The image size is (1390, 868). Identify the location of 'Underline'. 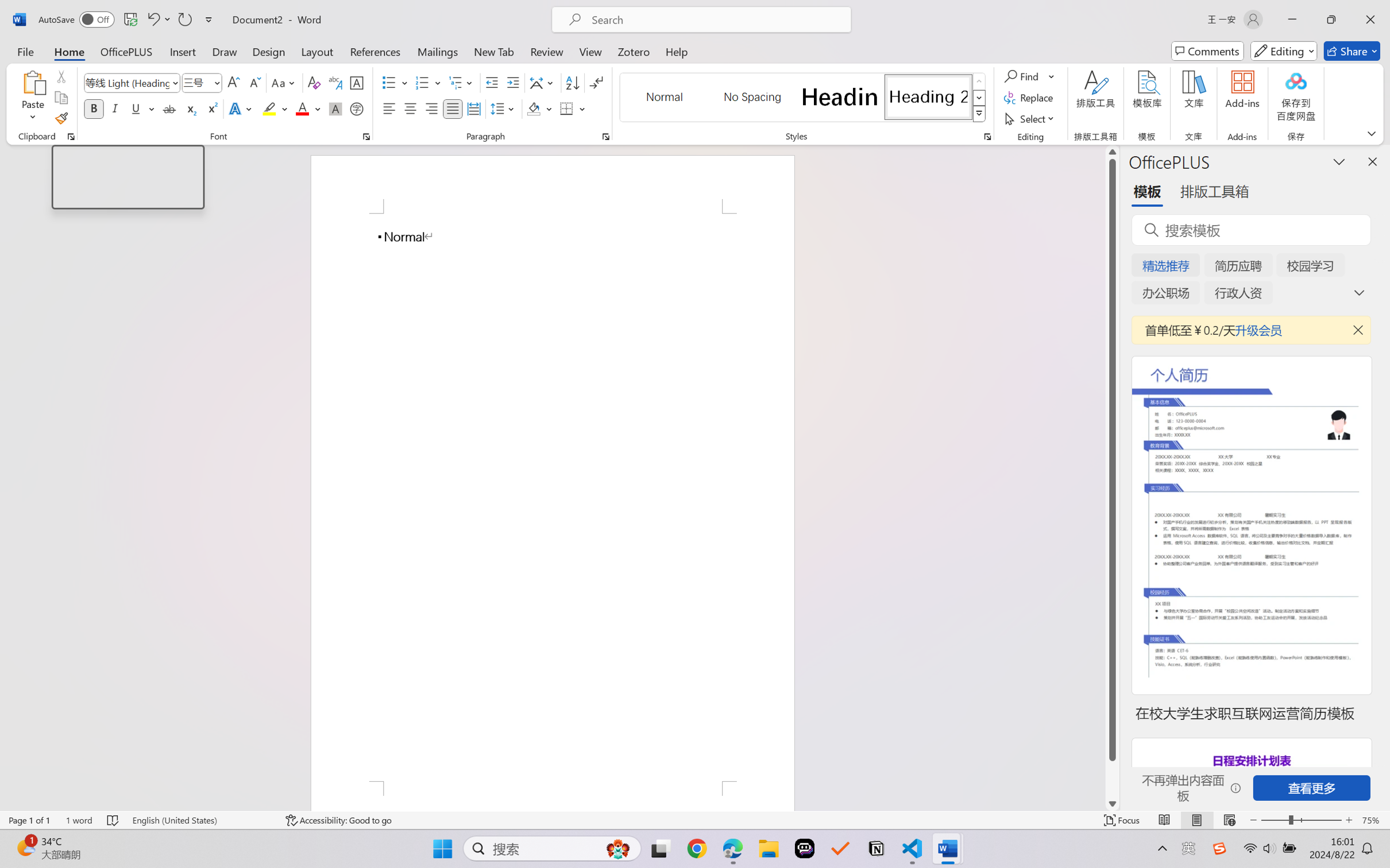
(135, 108).